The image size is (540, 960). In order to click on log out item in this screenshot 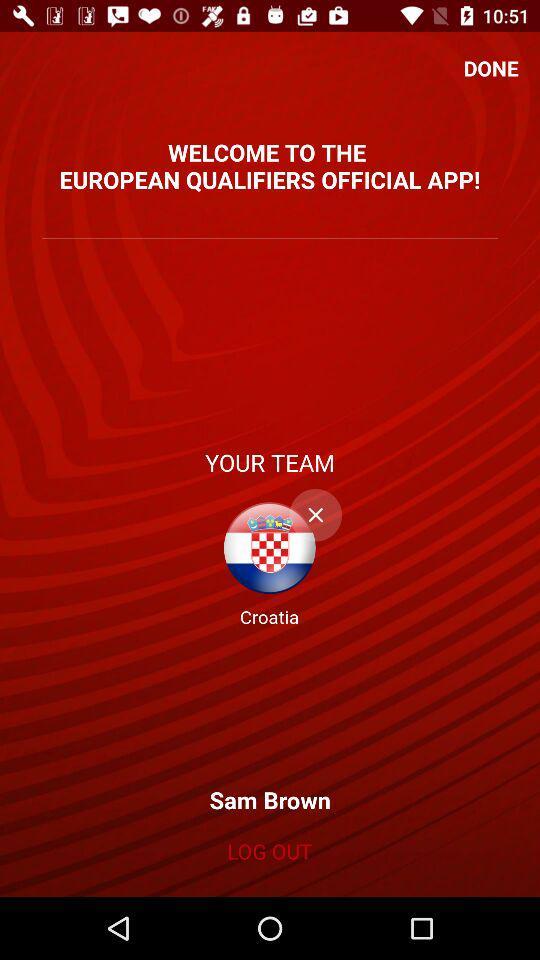, I will do `click(269, 850)`.